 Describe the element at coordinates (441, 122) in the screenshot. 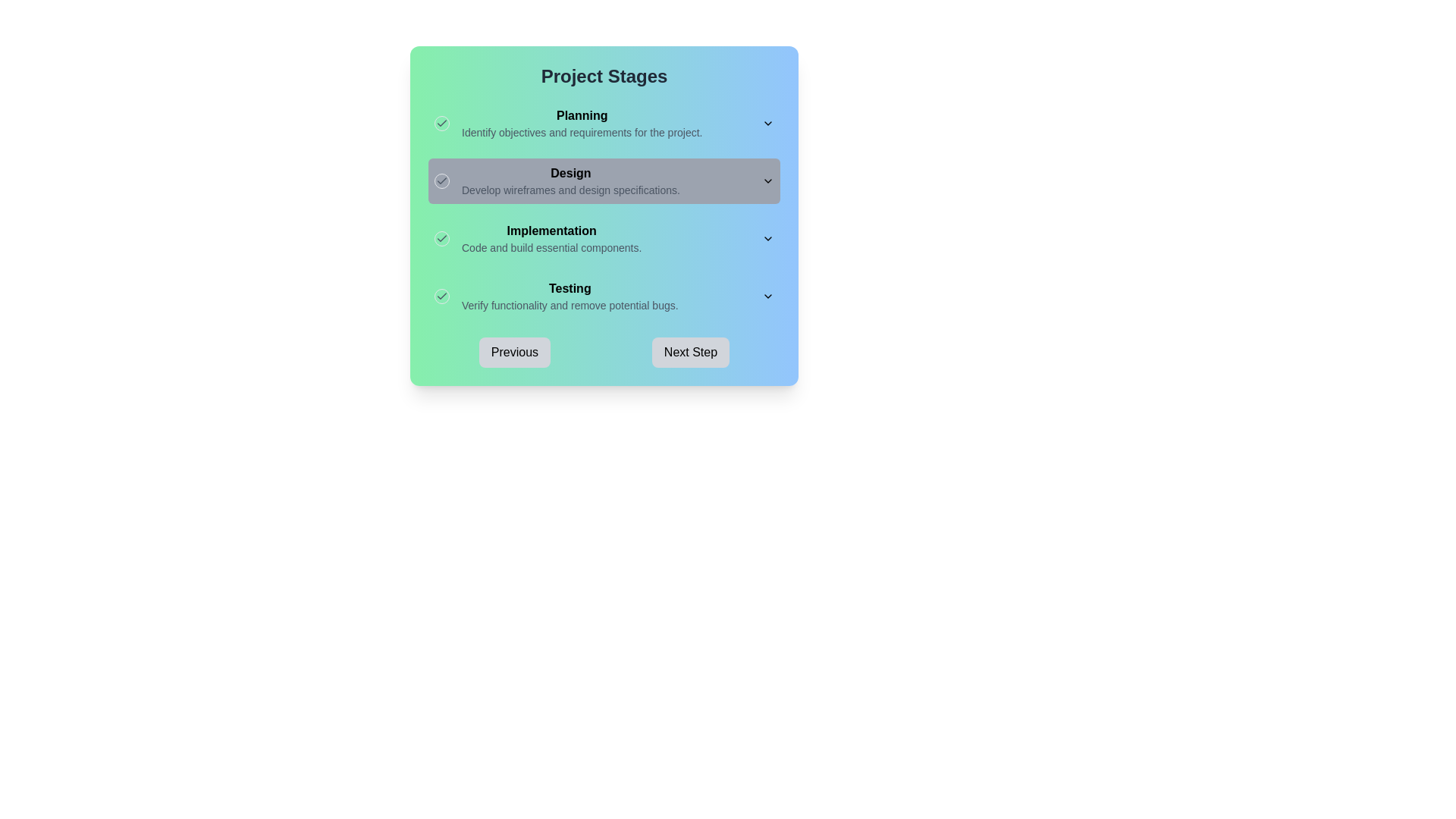

I see `the status indicator icon that shows the completion of the 'Planning' stage, located under the 'Project Stages' header` at that location.